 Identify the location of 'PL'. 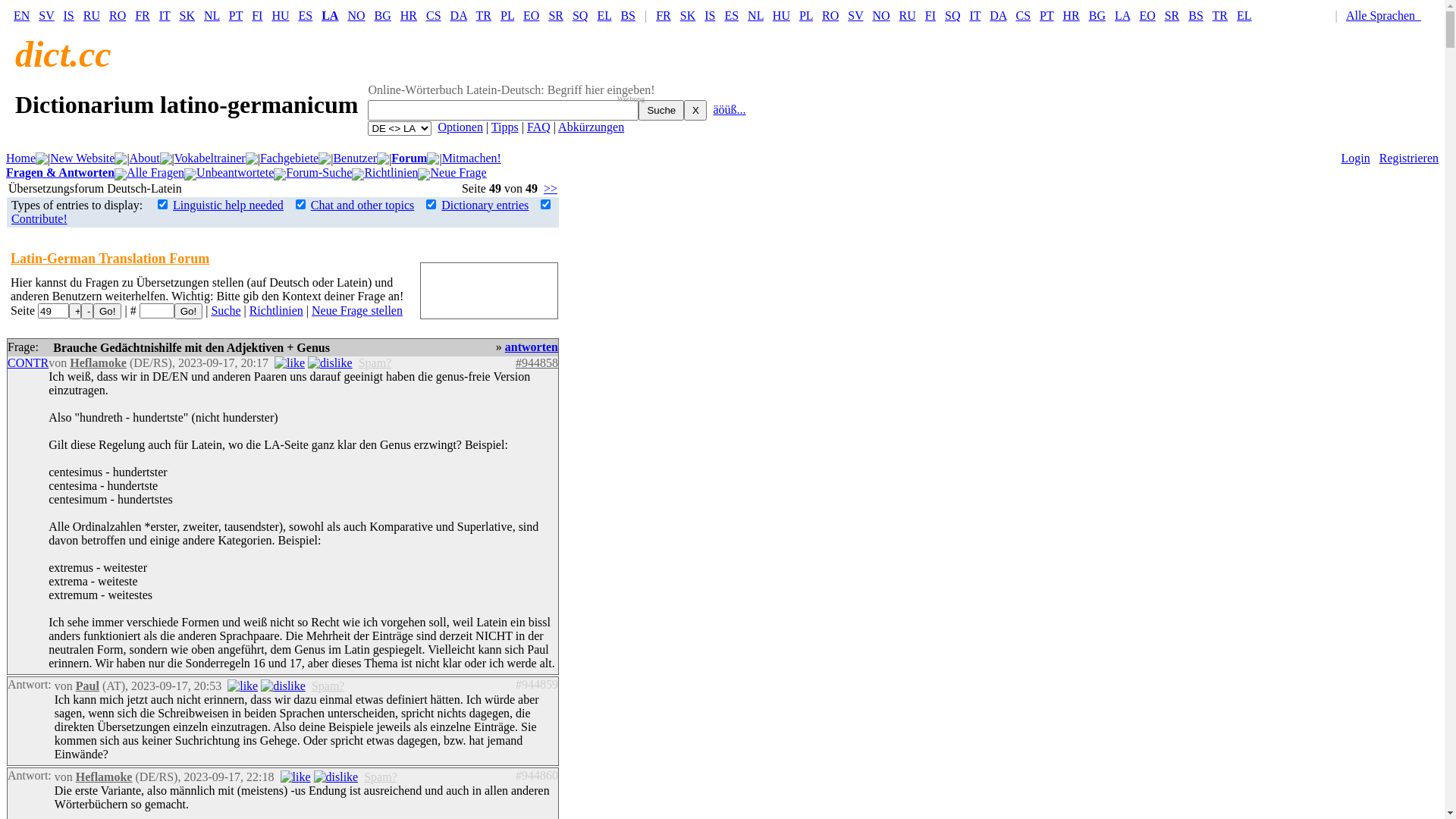
(805, 15).